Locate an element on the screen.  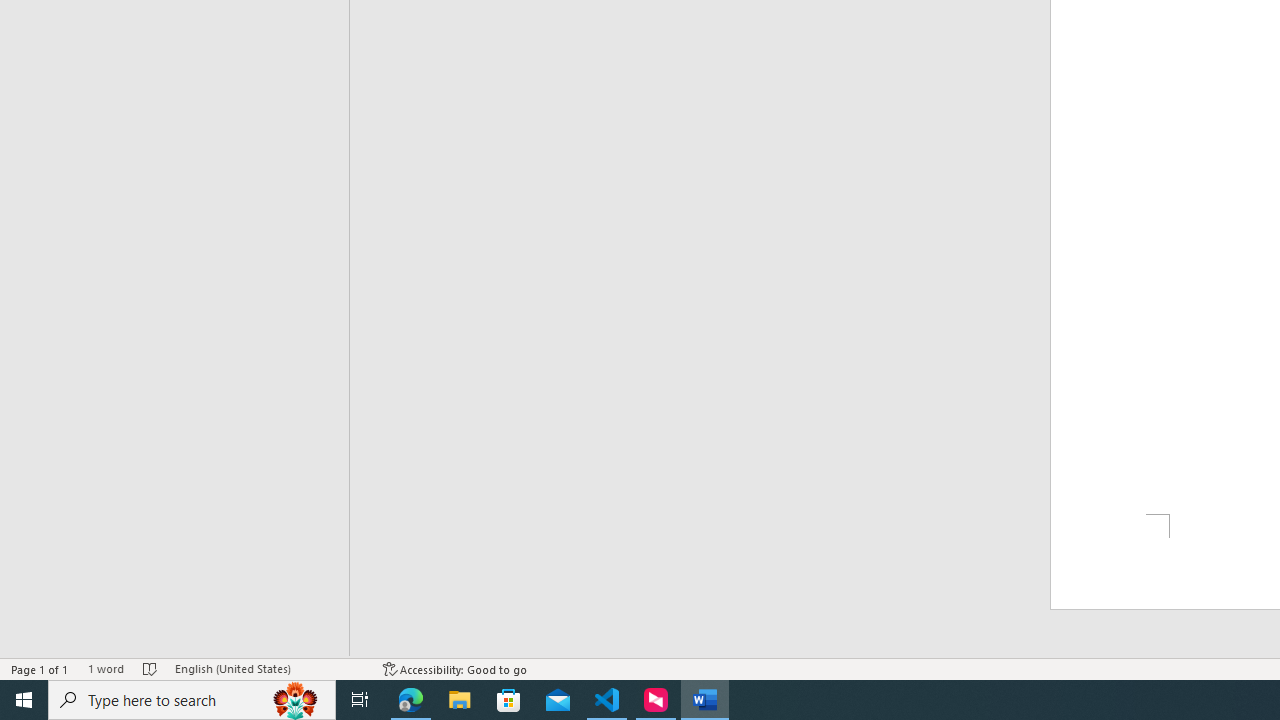
'Language English (United States)' is located at coordinates (268, 669).